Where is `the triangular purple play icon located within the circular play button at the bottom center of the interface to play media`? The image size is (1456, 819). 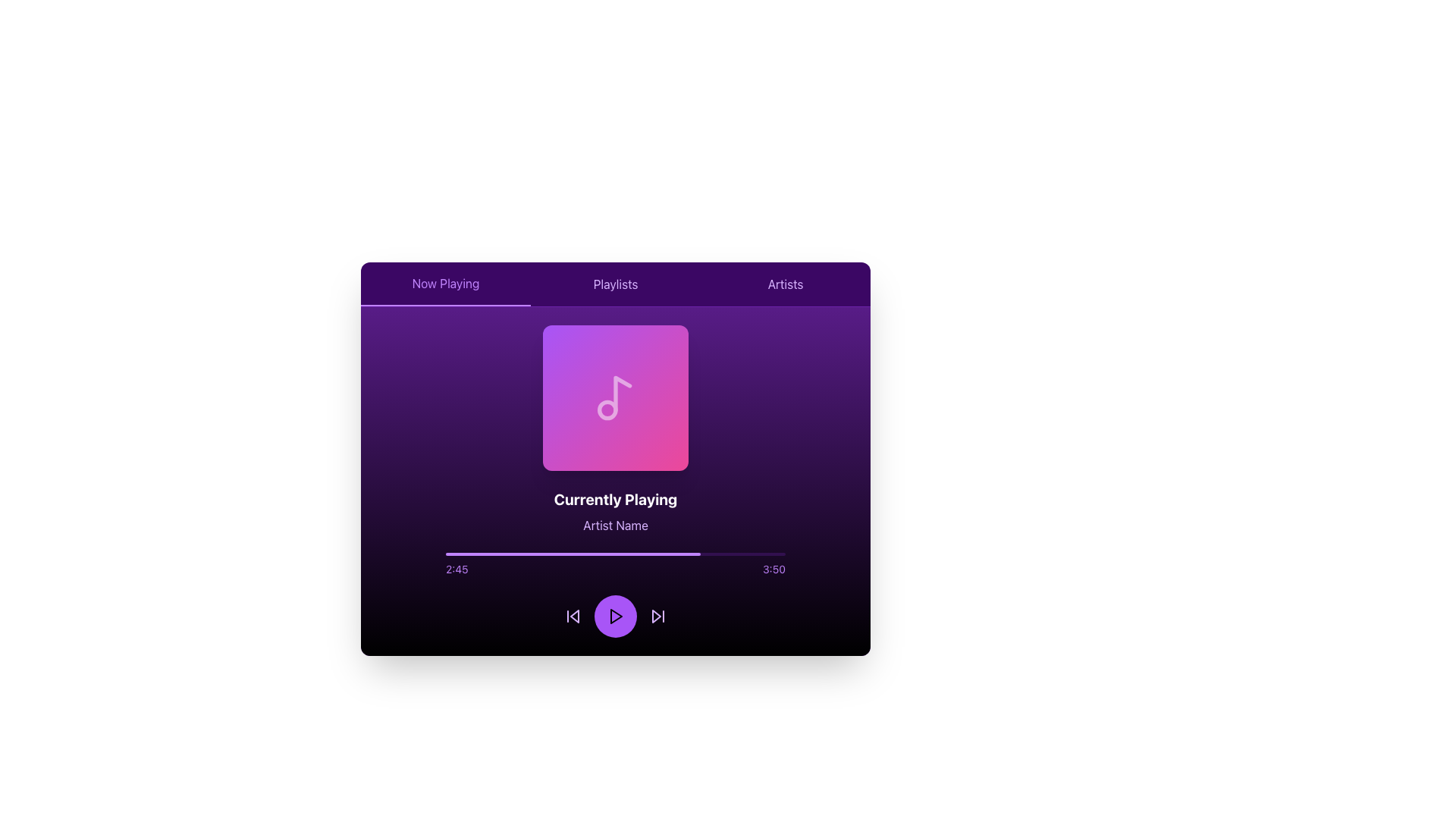 the triangular purple play icon located within the circular play button at the bottom center of the interface to play media is located at coordinates (616, 617).